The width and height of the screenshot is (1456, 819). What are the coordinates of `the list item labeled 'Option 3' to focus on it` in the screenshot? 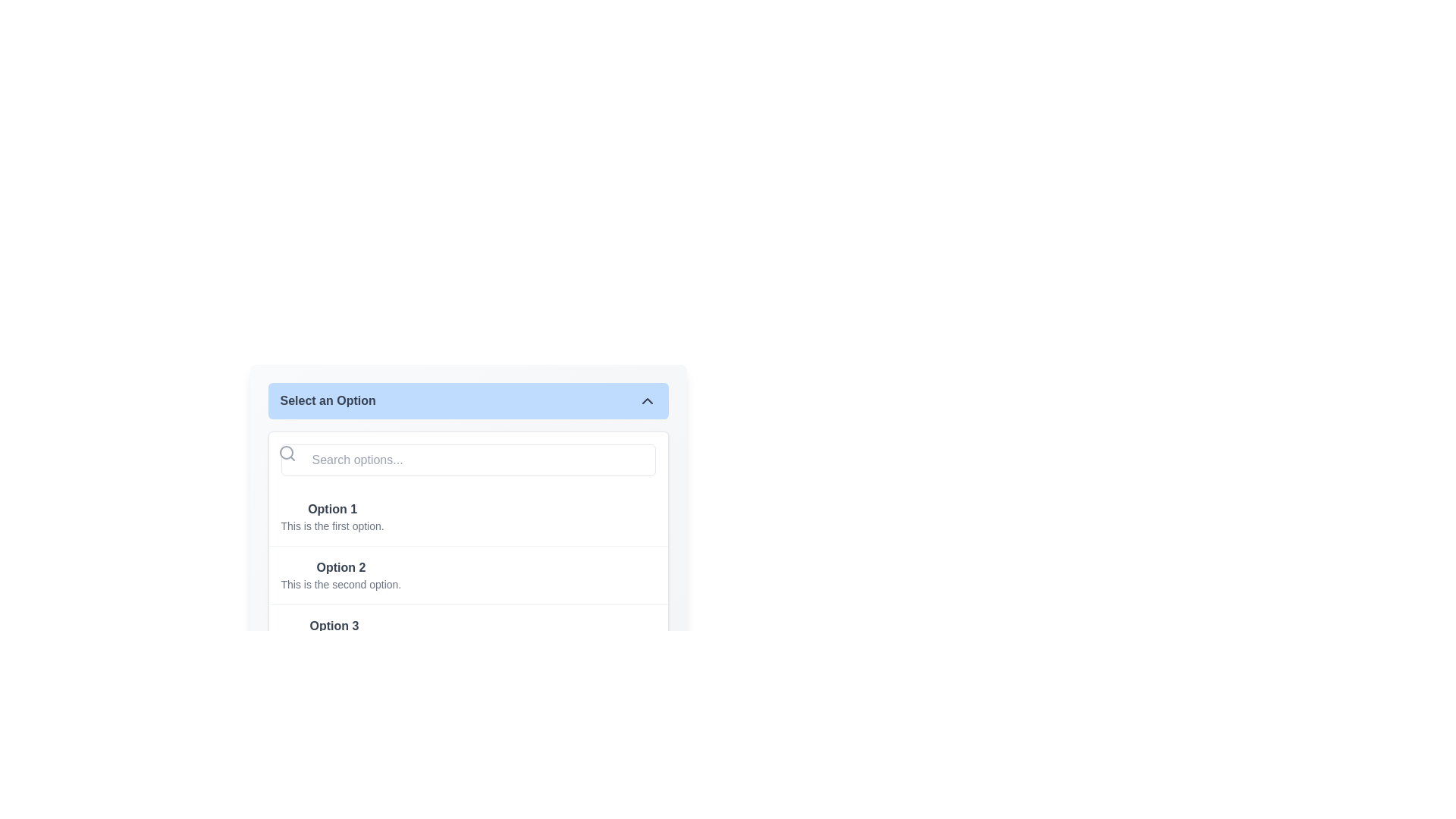 It's located at (334, 634).